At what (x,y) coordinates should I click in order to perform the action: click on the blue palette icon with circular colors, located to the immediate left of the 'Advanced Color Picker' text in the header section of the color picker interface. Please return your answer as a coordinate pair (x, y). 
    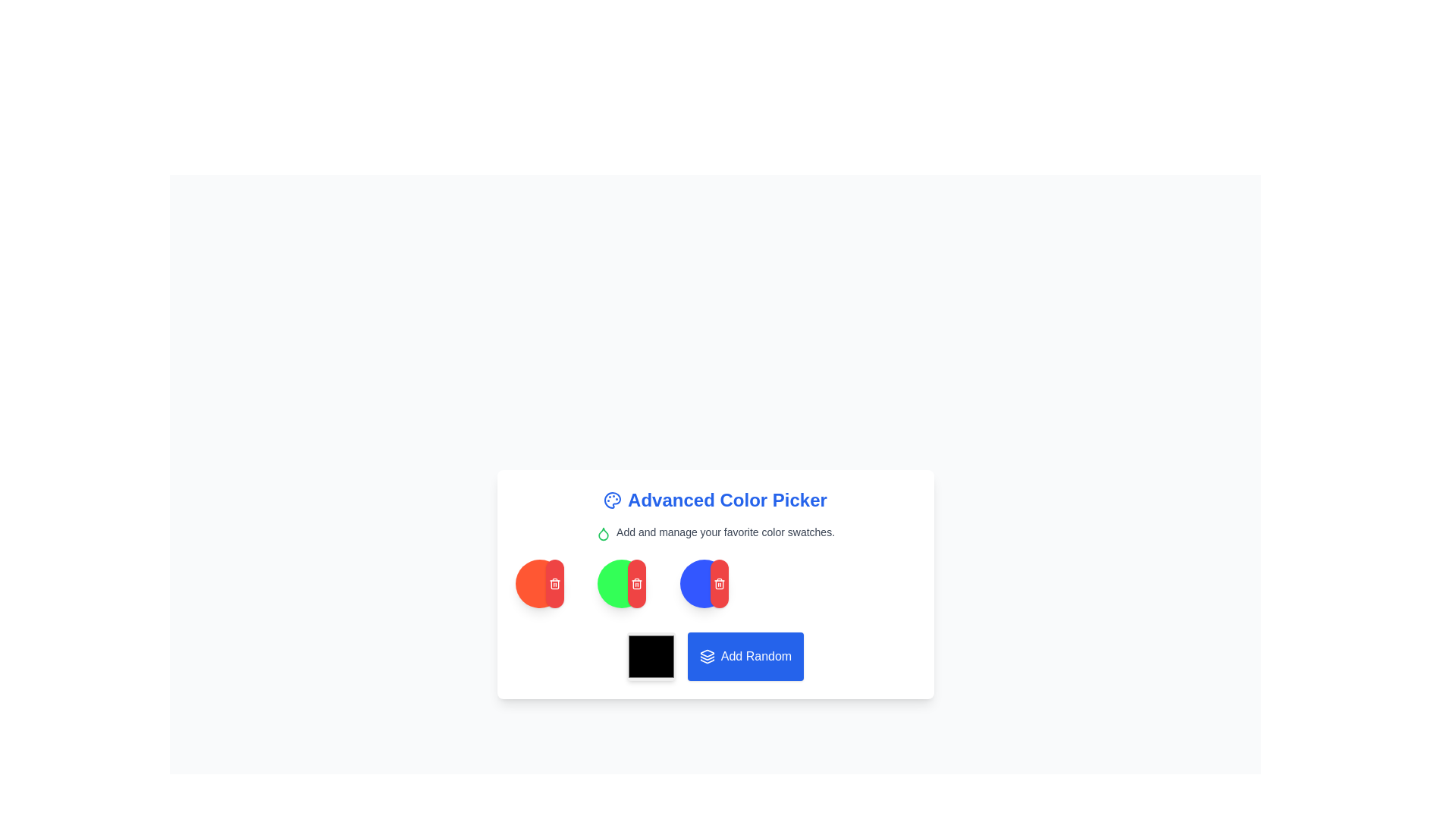
    Looking at the image, I should click on (613, 500).